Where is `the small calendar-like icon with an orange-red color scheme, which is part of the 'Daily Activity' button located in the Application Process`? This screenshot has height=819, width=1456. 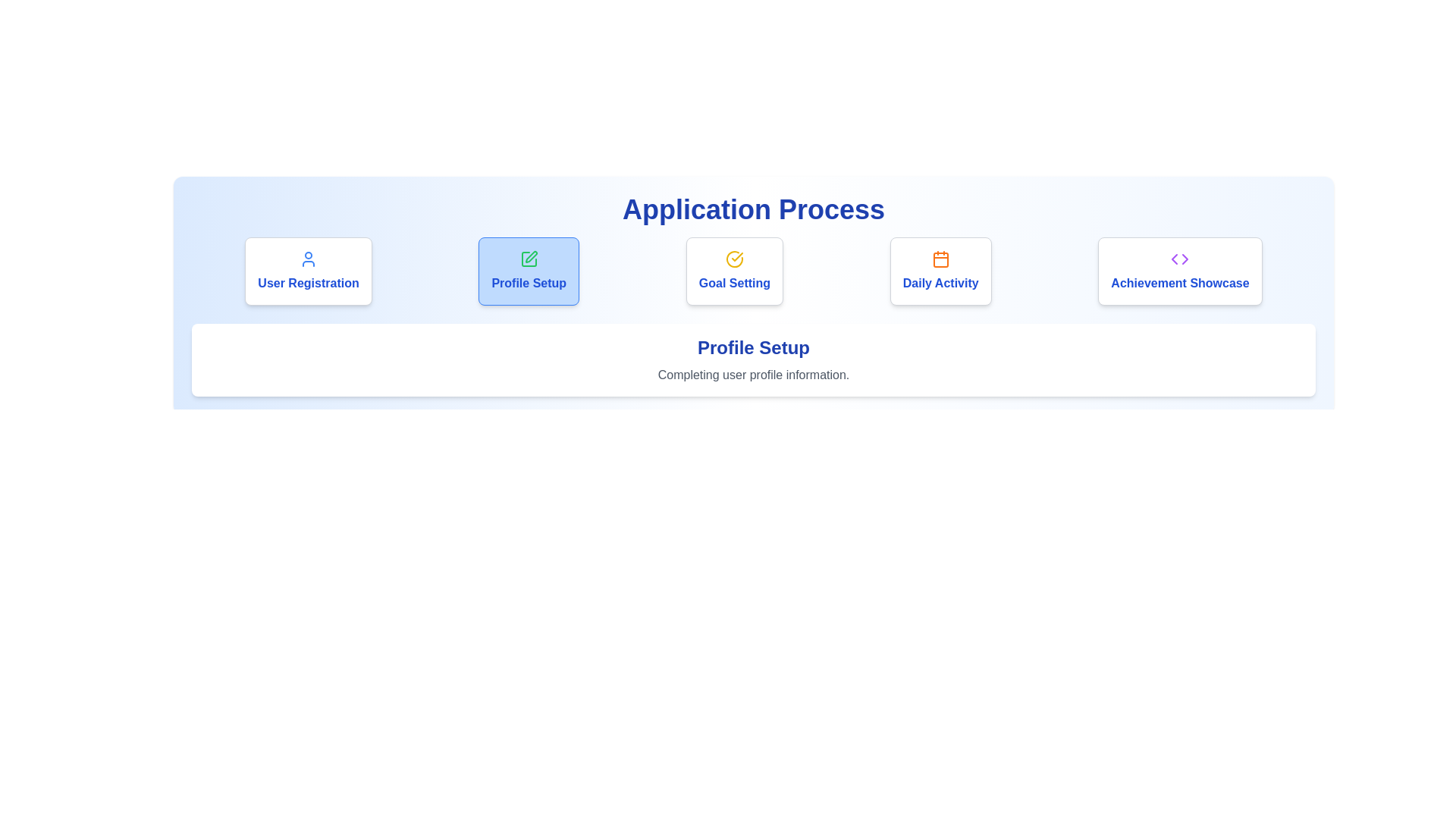
the small calendar-like icon with an orange-red color scheme, which is part of the 'Daily Activity' button located in the Application Process is located at coordinates (940, 259).